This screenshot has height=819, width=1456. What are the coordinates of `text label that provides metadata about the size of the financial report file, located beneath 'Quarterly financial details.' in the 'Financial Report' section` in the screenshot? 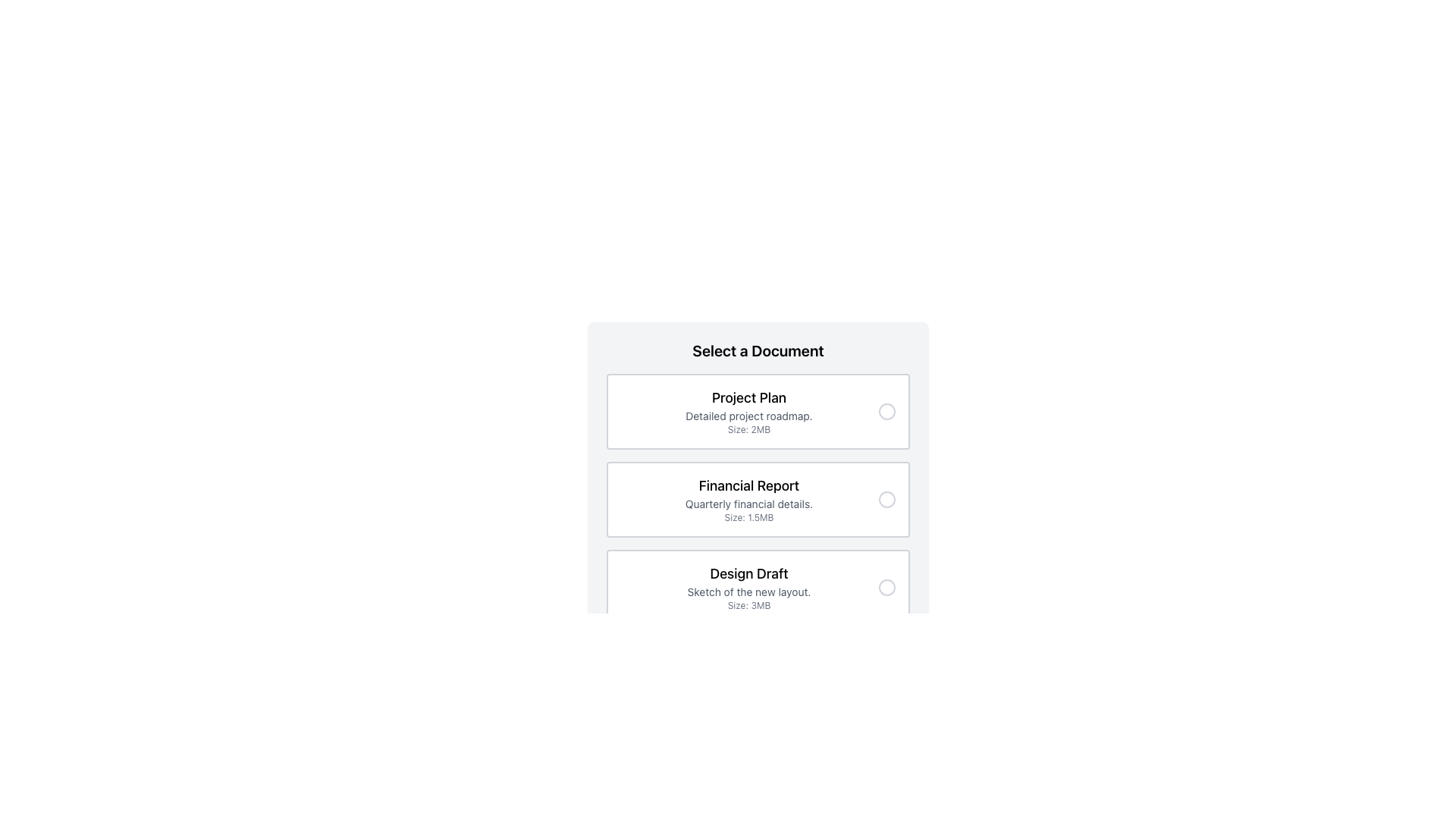 It's located at (749, 516).